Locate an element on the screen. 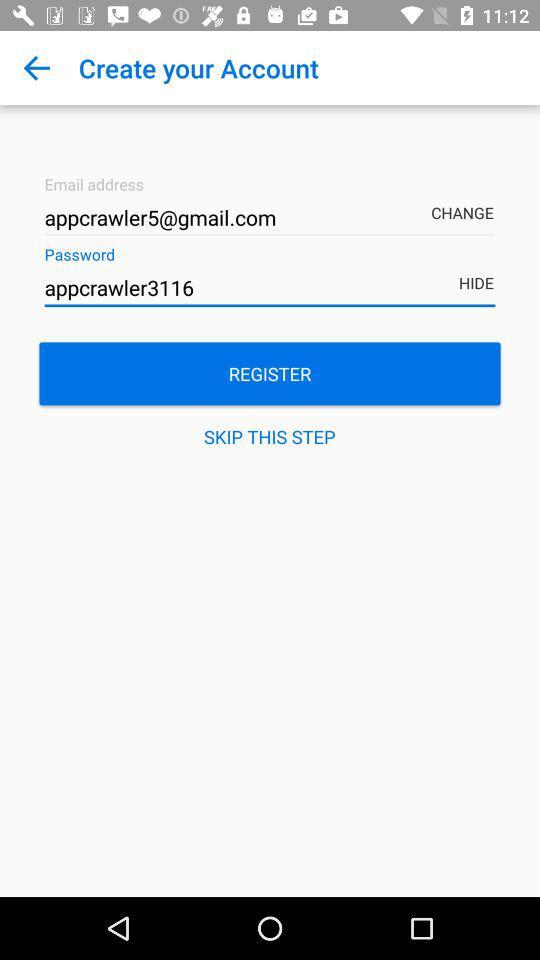 This screenshot has height=960, width=540. the appcrawler3116 item is located at coordinates (270, 287).